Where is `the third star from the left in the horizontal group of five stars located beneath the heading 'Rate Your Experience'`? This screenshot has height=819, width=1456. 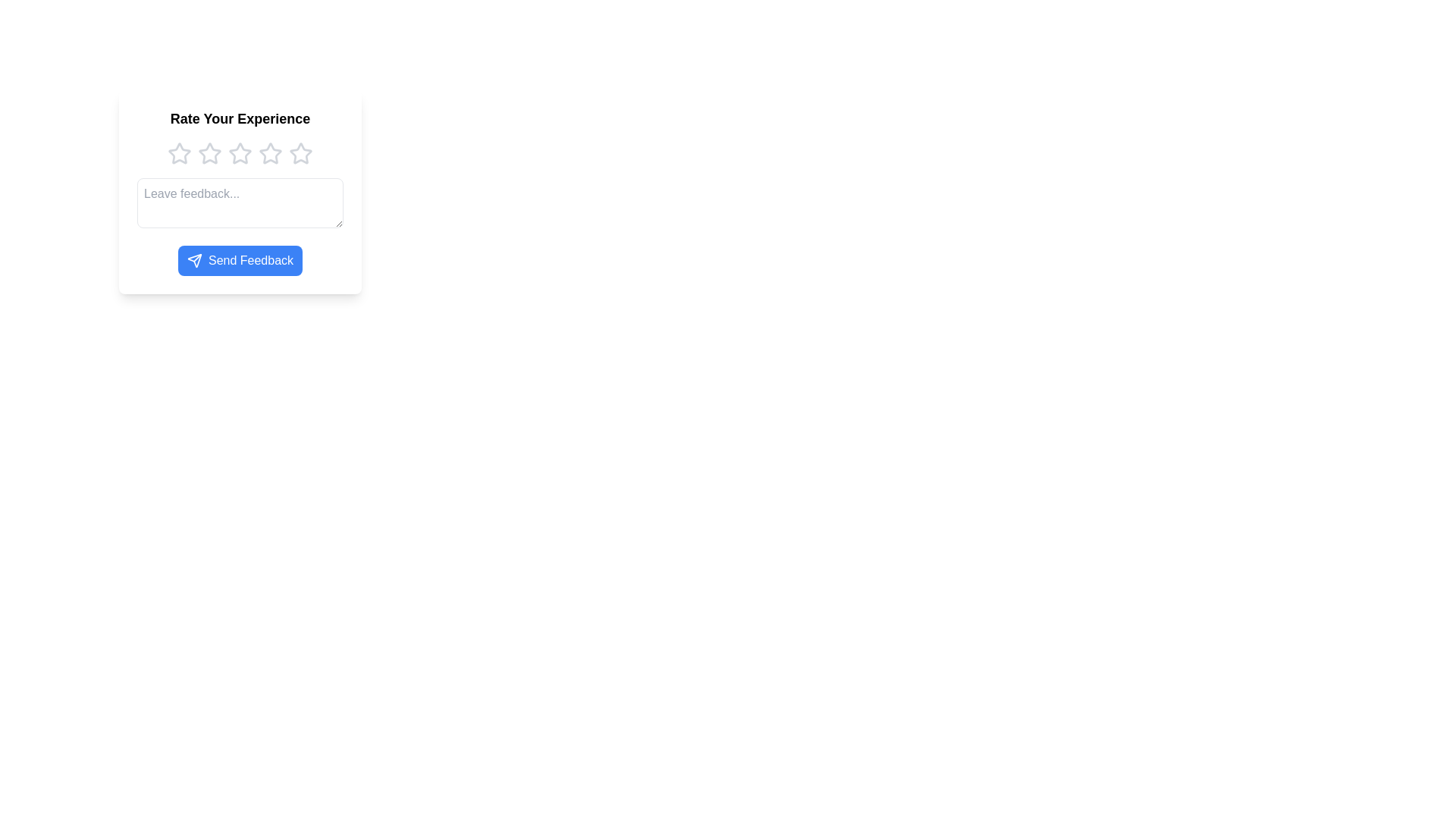 the third star from the left in the horizontal group of five stars located beneath the heading 'Rate Your Experience' is located at coordinates (239, 154).